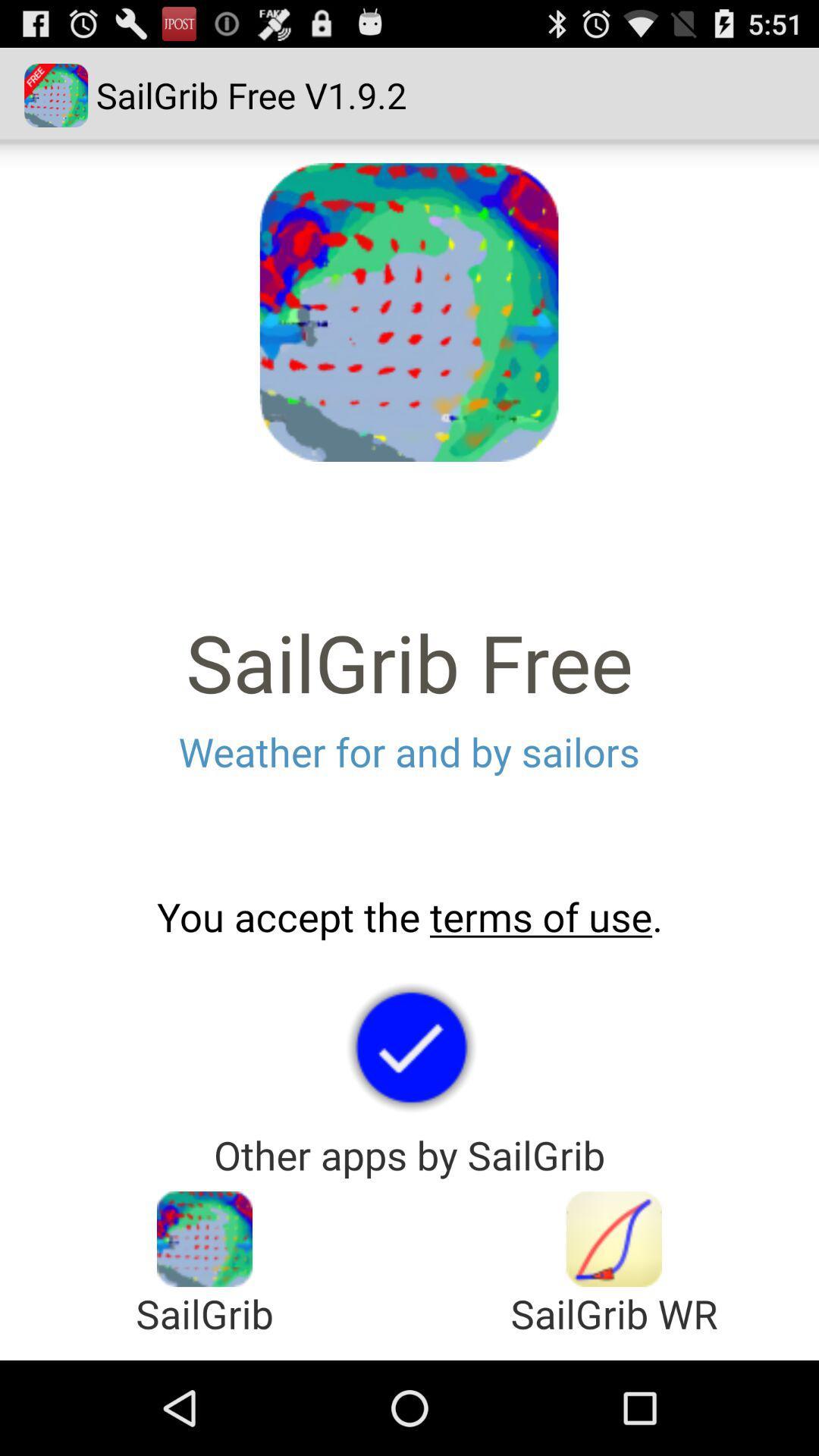 The width and height of the screenshot is (819, 1456). I want to click on the you accept the item, so click(409, 916).